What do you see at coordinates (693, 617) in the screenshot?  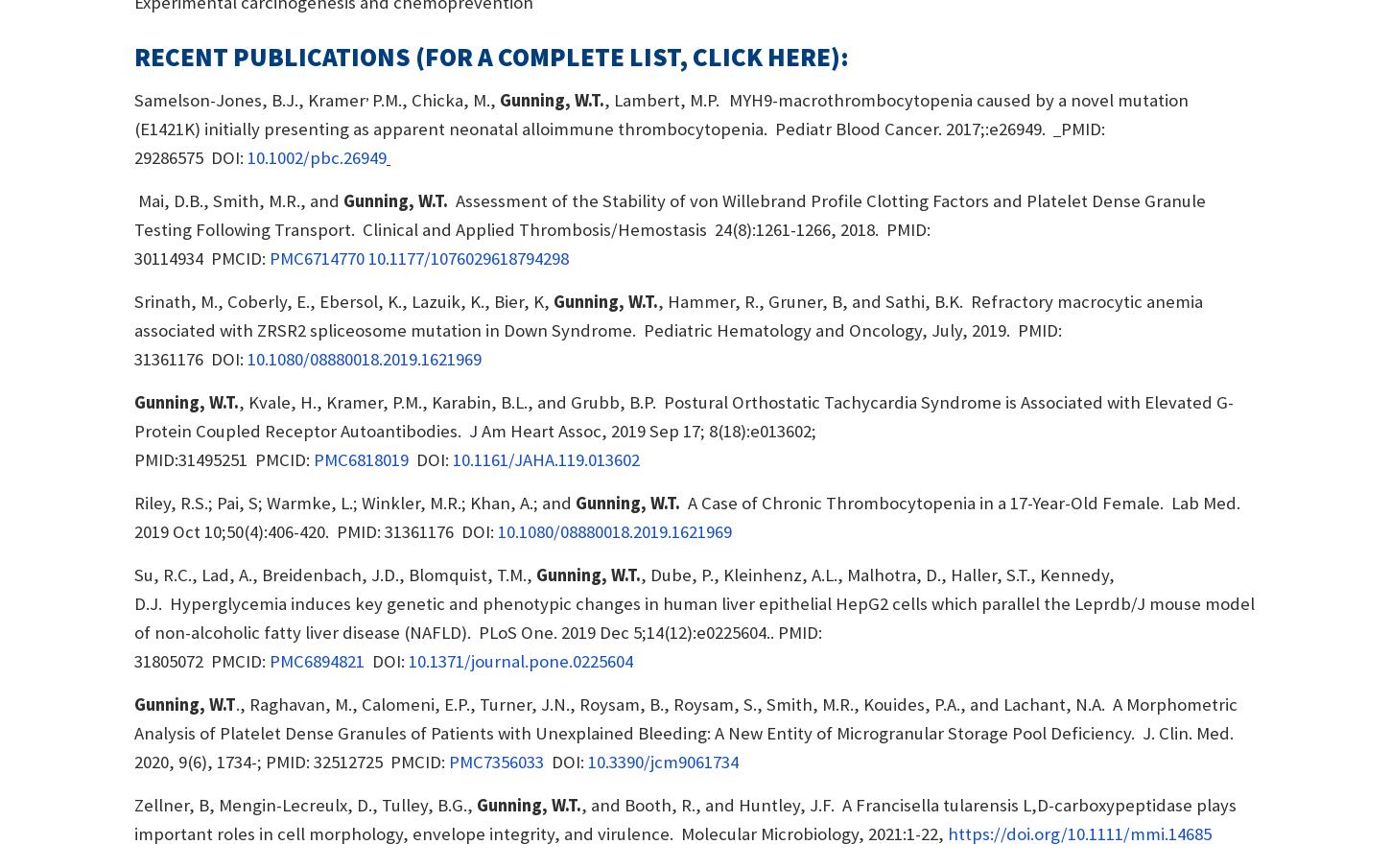 I see `', Dube, P., Kleinhenz, A.L., Malhotra, D., Haller, S.T., Kennedy, D.J.  Hyperglycemia
                  induces key genetic and phenotypic changes in human liver epithelial HepG2 cells which
                  parallel the Leprdb/J mouse model of non-alcoholic fatty liver disease (NAFLD).  PLoS
                  One. 2019 Dec 5;14(12):e0225604.. PMID: 31805072  PMCID:'` at bounding box center [693, 617].